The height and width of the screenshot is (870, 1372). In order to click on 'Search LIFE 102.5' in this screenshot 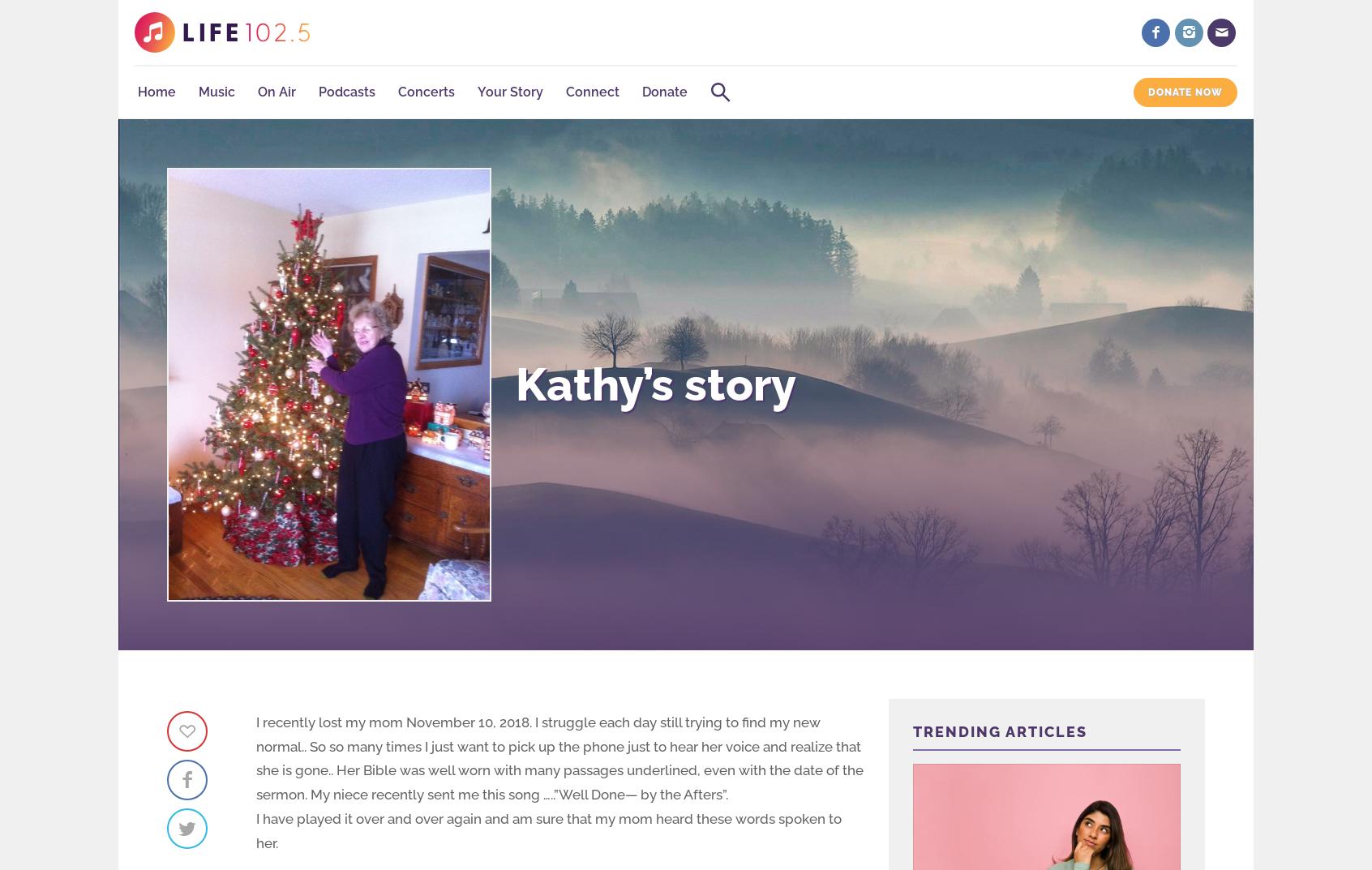, I will do `click(519, 765)`.